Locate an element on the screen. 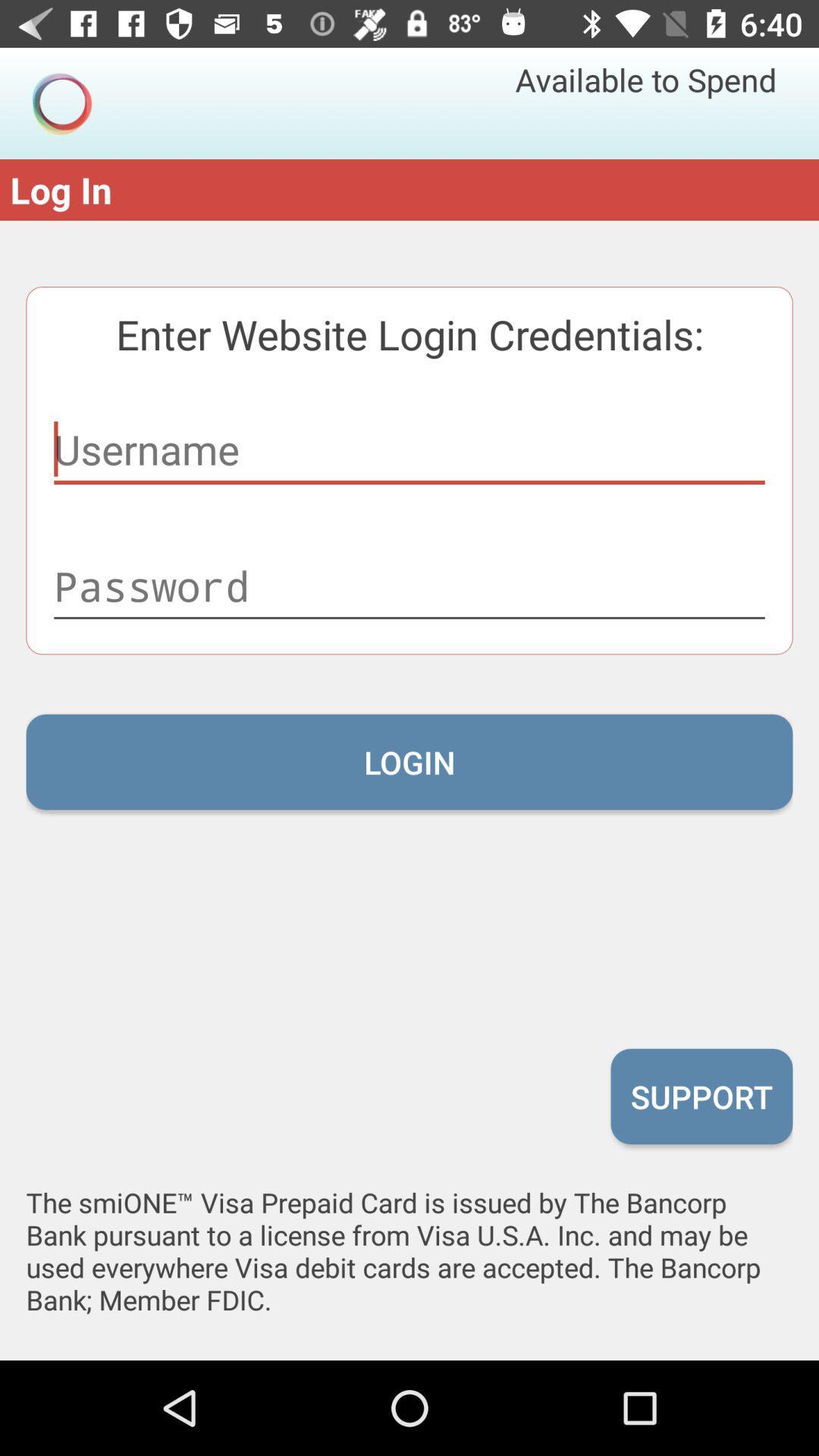  item below enter website login icon is located at coordinates (409, 449).